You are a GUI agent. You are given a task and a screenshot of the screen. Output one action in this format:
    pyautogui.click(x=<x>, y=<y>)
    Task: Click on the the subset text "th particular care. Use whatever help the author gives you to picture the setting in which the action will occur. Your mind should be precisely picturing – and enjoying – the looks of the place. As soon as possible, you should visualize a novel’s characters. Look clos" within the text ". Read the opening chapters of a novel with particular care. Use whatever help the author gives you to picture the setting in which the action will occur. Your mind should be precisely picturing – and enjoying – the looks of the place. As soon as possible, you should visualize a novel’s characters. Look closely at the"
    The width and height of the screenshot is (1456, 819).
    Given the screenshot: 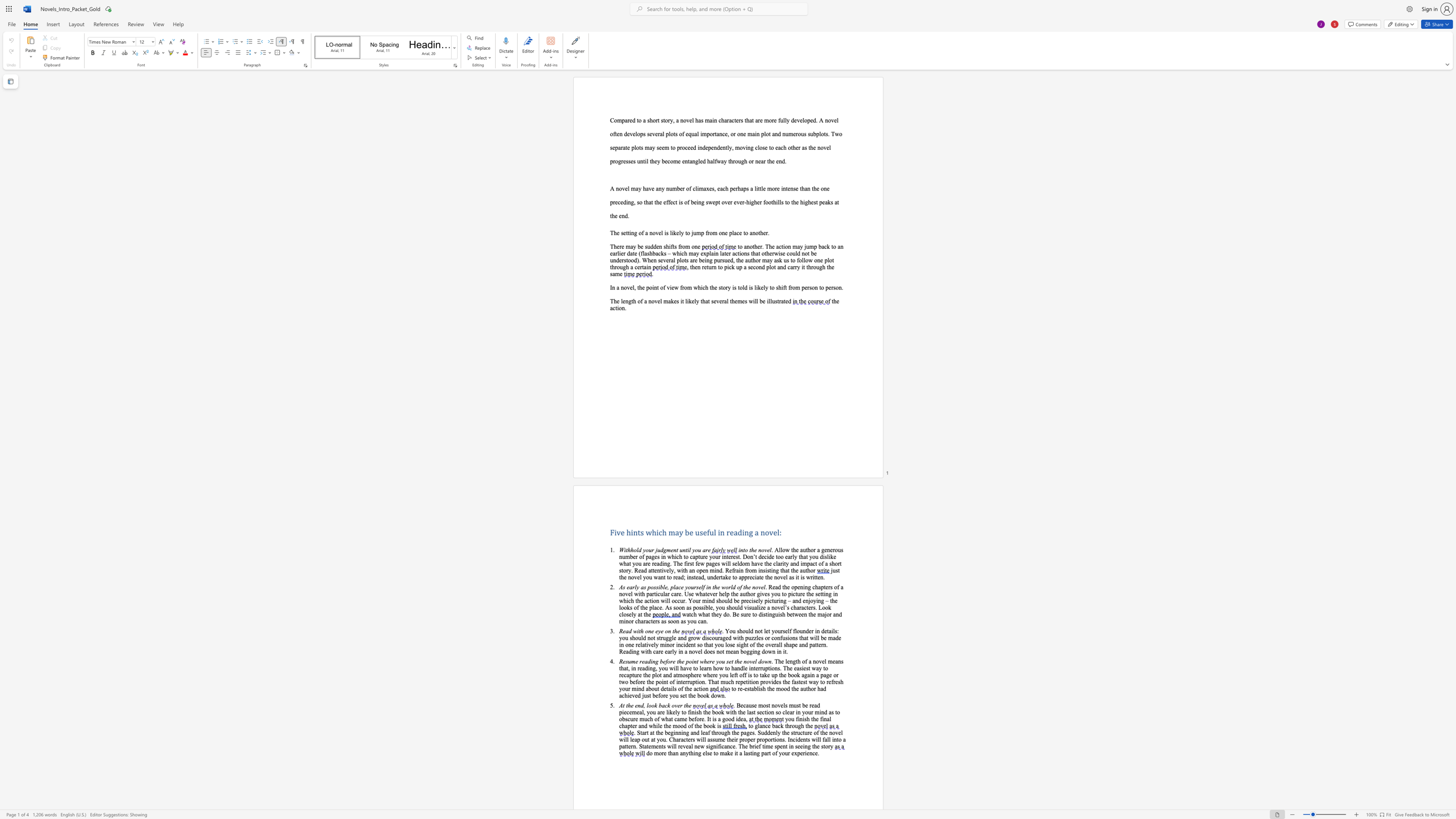 What is the action you would take?
    pyautogui.click(x=640, y=593)
    